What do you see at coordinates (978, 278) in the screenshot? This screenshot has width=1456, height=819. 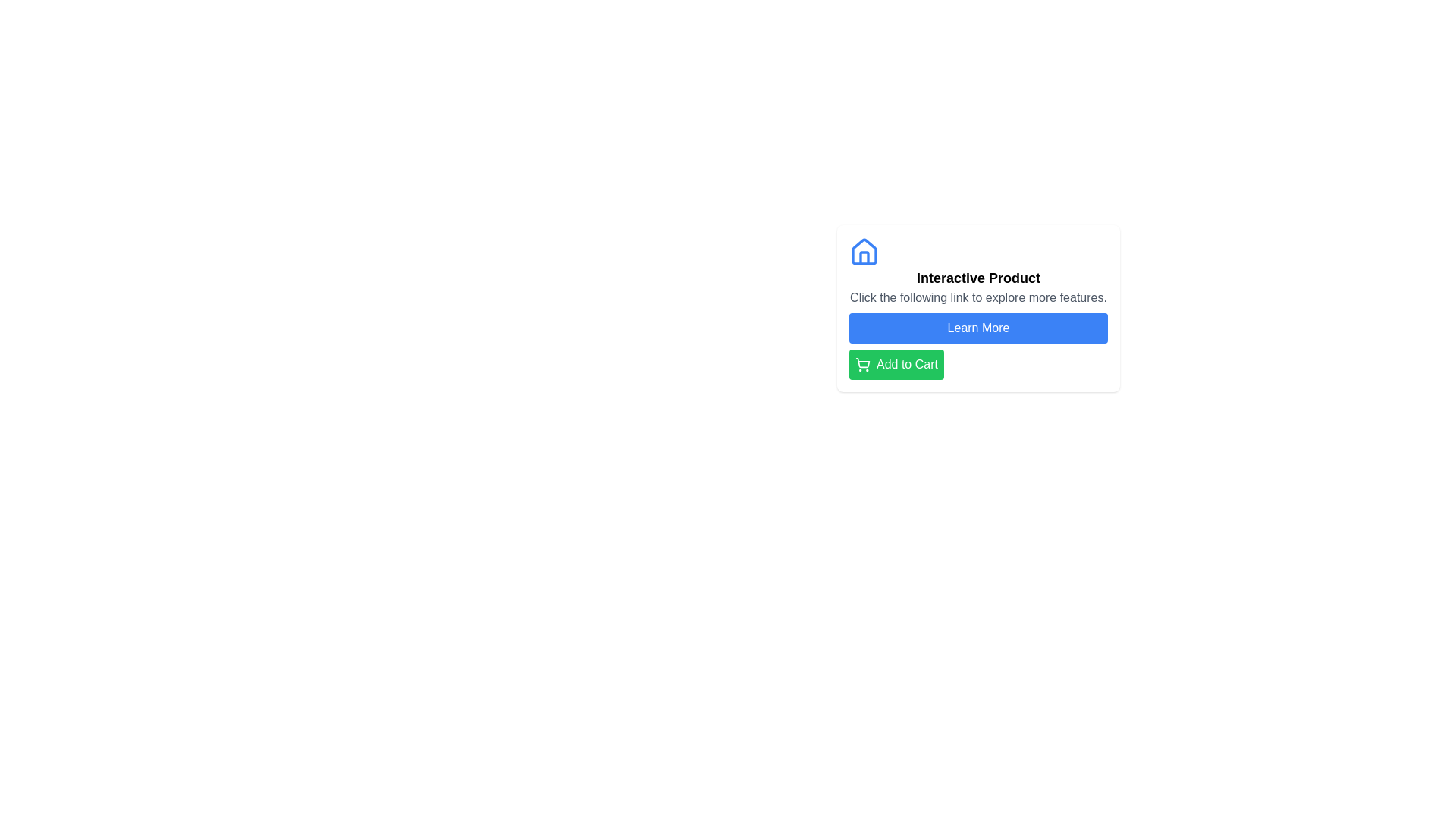 I see `the text label that serves as a heading or title, centrally placed above the descriptive text 'Click the following link` at bounding box center [978, 278].